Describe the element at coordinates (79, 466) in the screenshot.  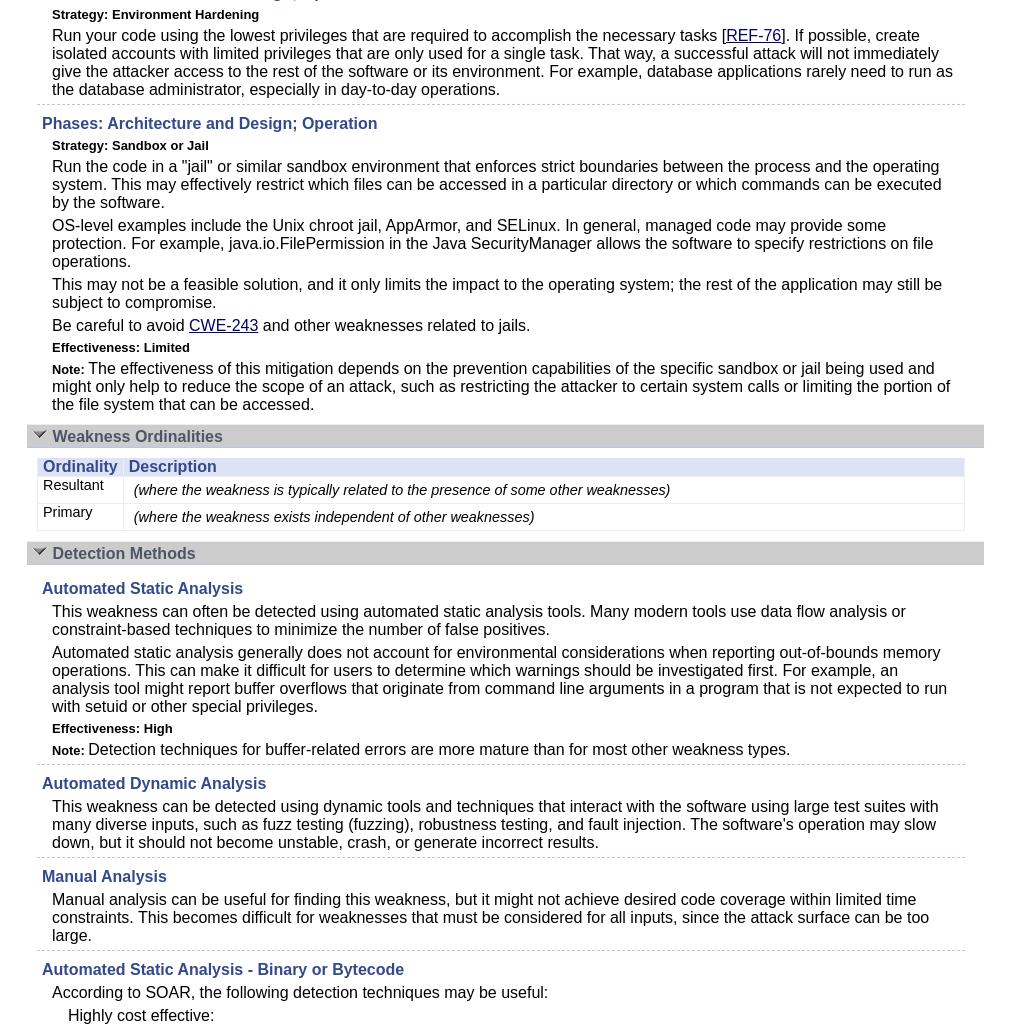
I see `'Ordinality'` at that location.